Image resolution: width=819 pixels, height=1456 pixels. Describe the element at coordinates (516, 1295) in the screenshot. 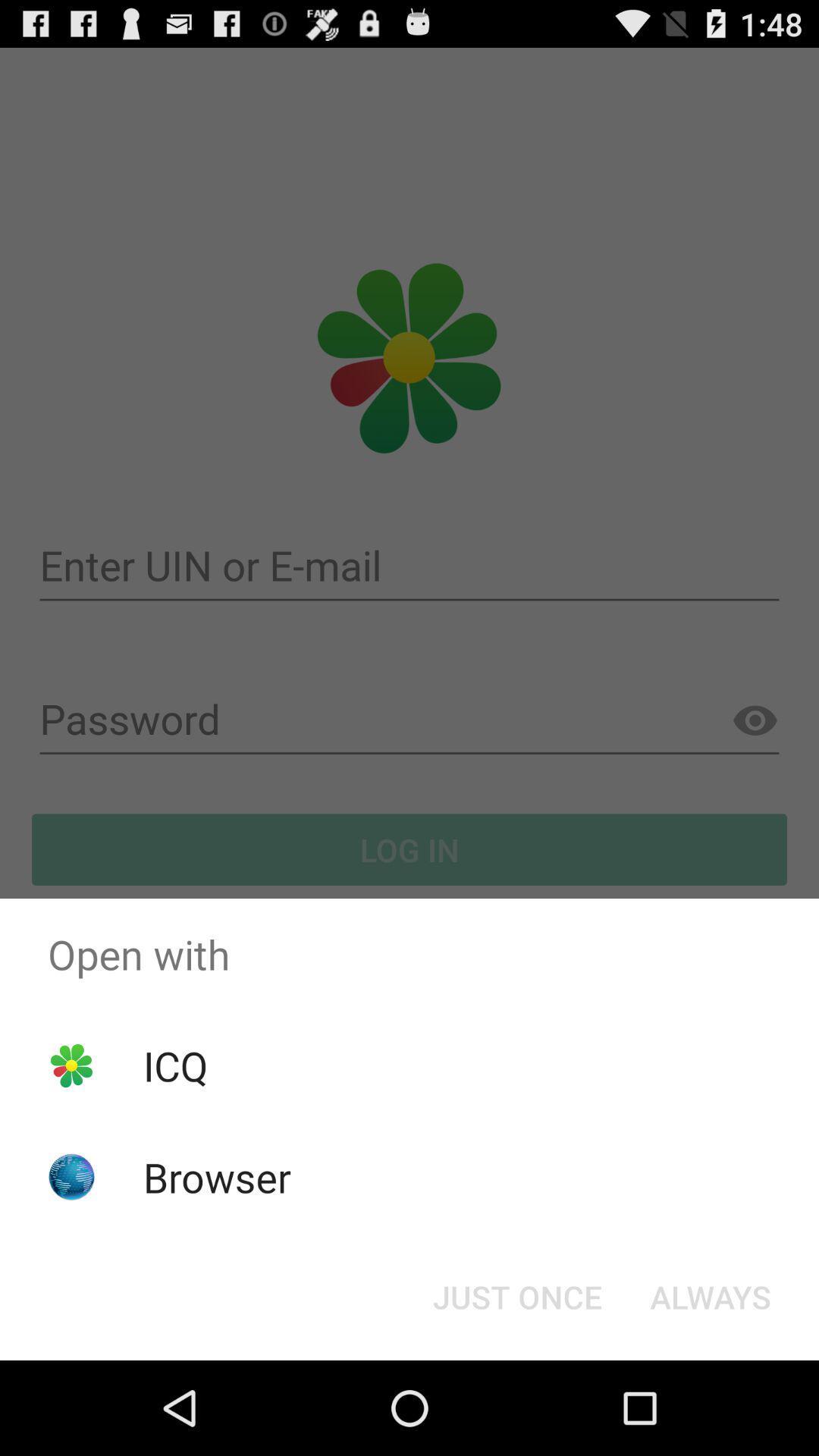

I see `button to the left of always` at that location.